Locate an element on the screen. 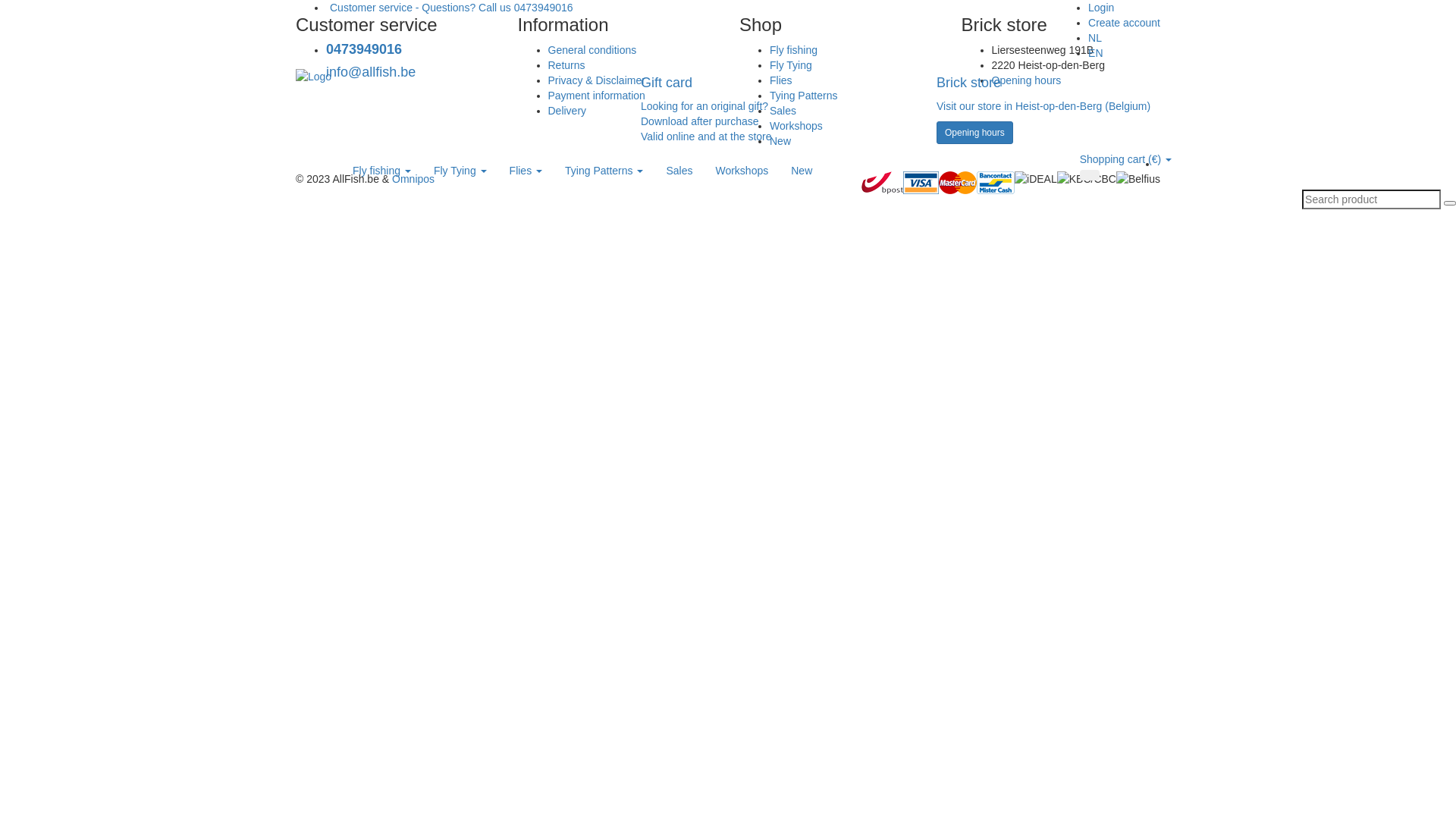  'iDEAL' is located at coordinates (1035, 177).